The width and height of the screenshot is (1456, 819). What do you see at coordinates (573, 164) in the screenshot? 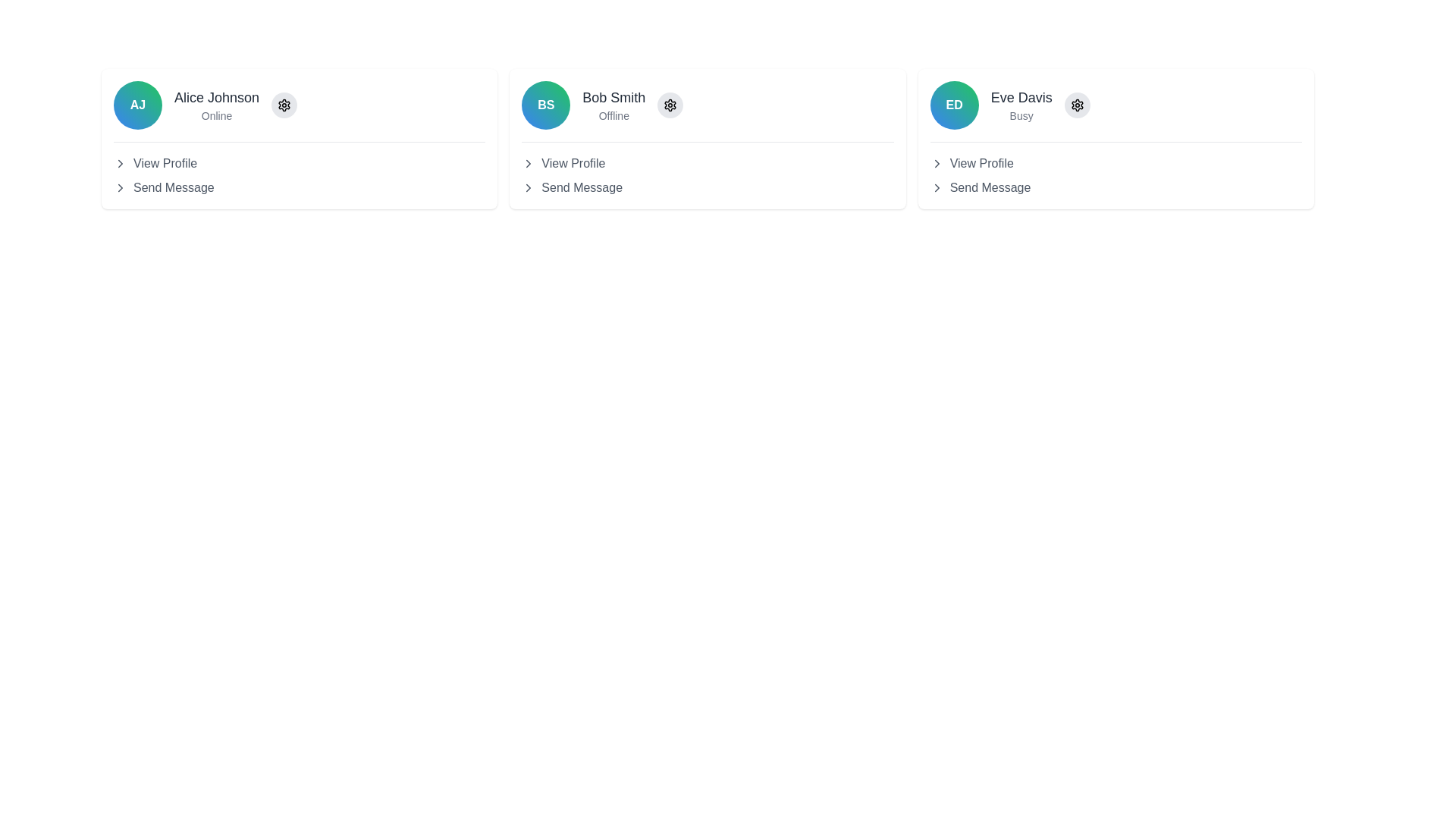
I see `the clickable text label for 'Bob Smith'` at bounding box center [573, 164].